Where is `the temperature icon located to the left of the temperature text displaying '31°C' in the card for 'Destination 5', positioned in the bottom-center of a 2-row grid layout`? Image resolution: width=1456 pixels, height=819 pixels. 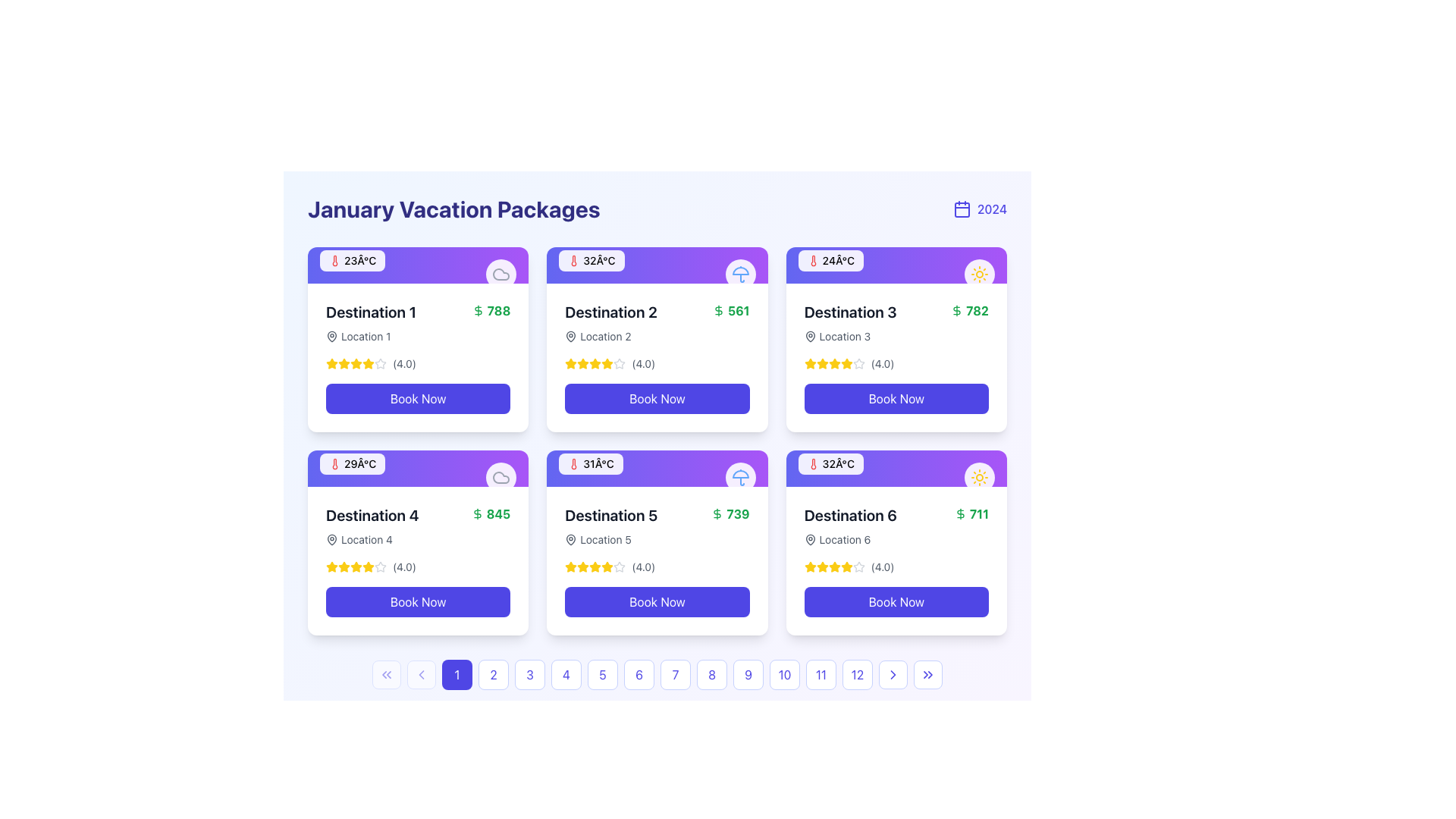 the temperature icon located to the left of the temperature text displaying '31°C' in the card for 'Destination 5', positioned in the bottom-center of a 2-row grid layout is located at coordinates (573, 463).